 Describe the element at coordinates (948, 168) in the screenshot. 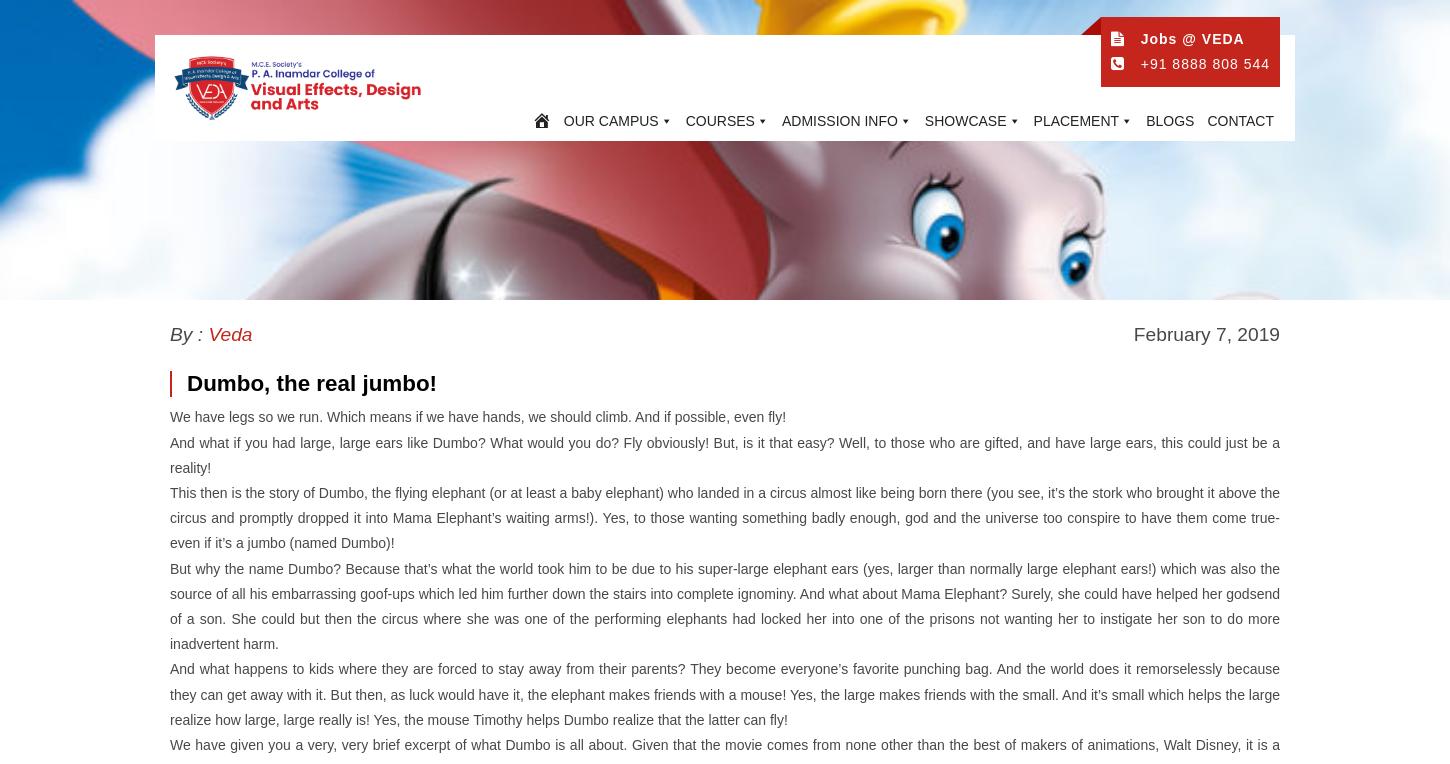

I see `'Gallery'` at that location.